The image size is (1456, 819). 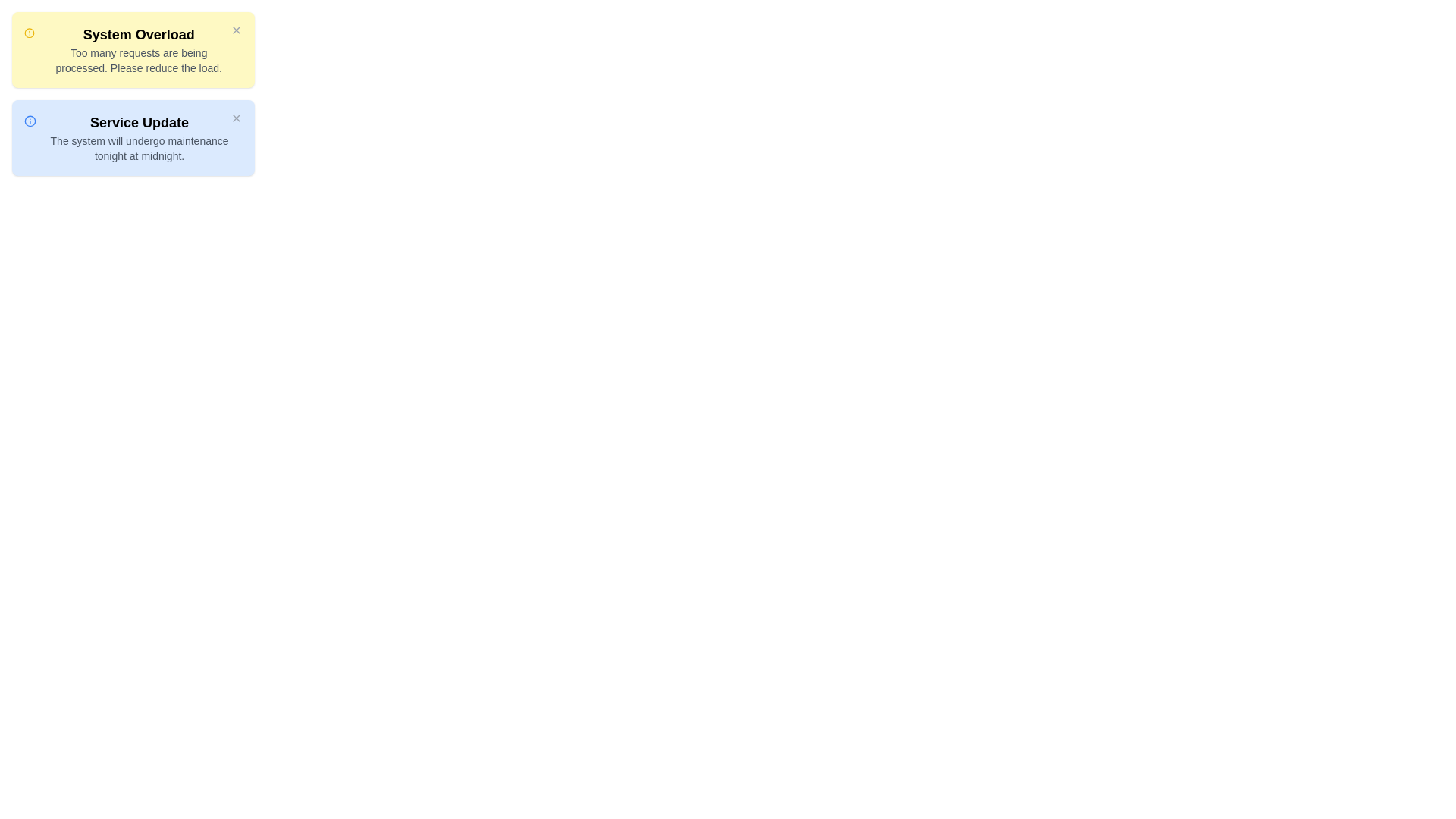 What do you see at coordinates (236, 117) in the screenshot?
I see `the close button located at the top-right corner of the notification card that dismisses the message 'The system will undergo maintenance tonight at midnight.'` at bounding box center [236, 117].